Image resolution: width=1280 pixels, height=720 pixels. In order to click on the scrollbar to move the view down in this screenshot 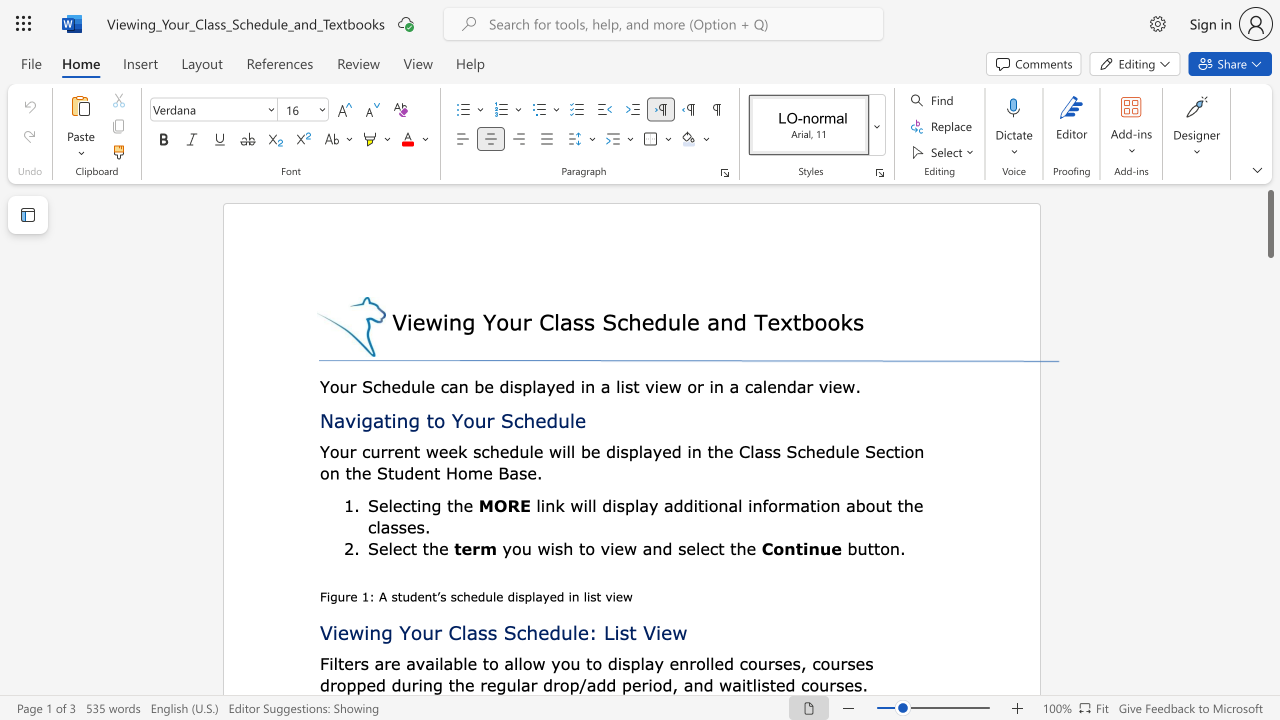, I will do `click(1269, 300)`.